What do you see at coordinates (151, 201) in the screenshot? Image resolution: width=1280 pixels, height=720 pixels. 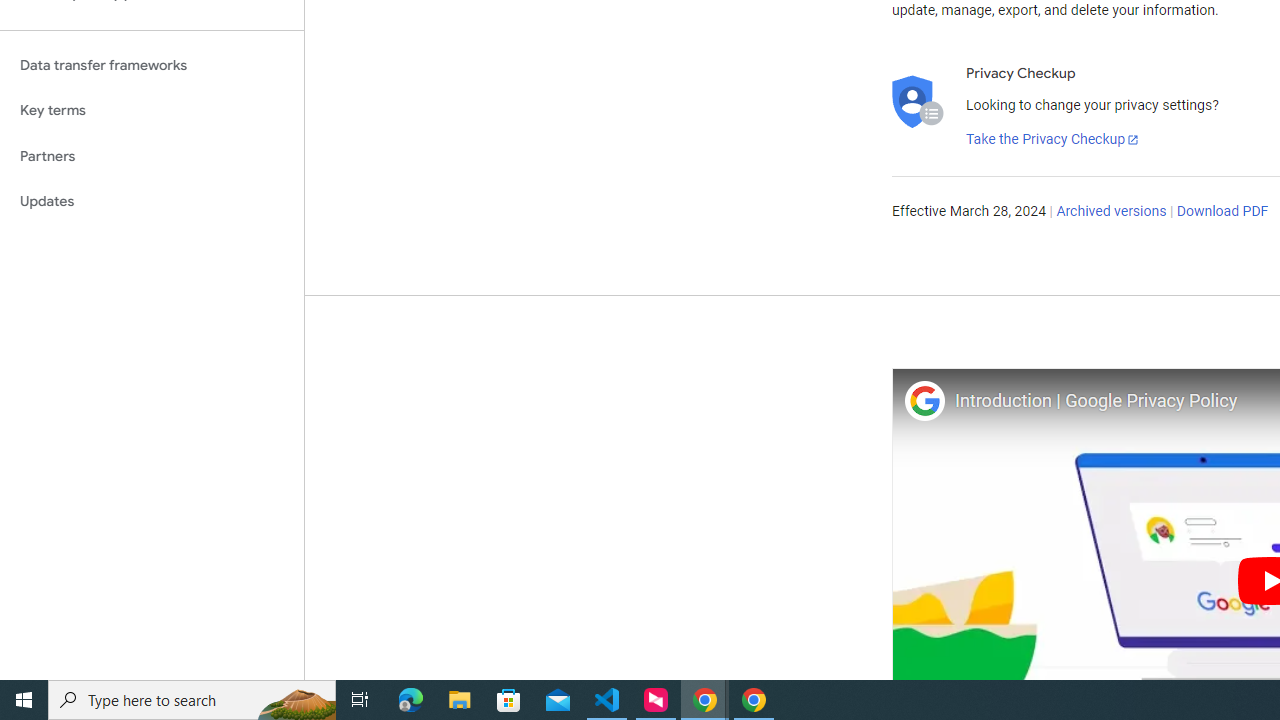 I see `'Updates'` at bounding box center [151, 201].